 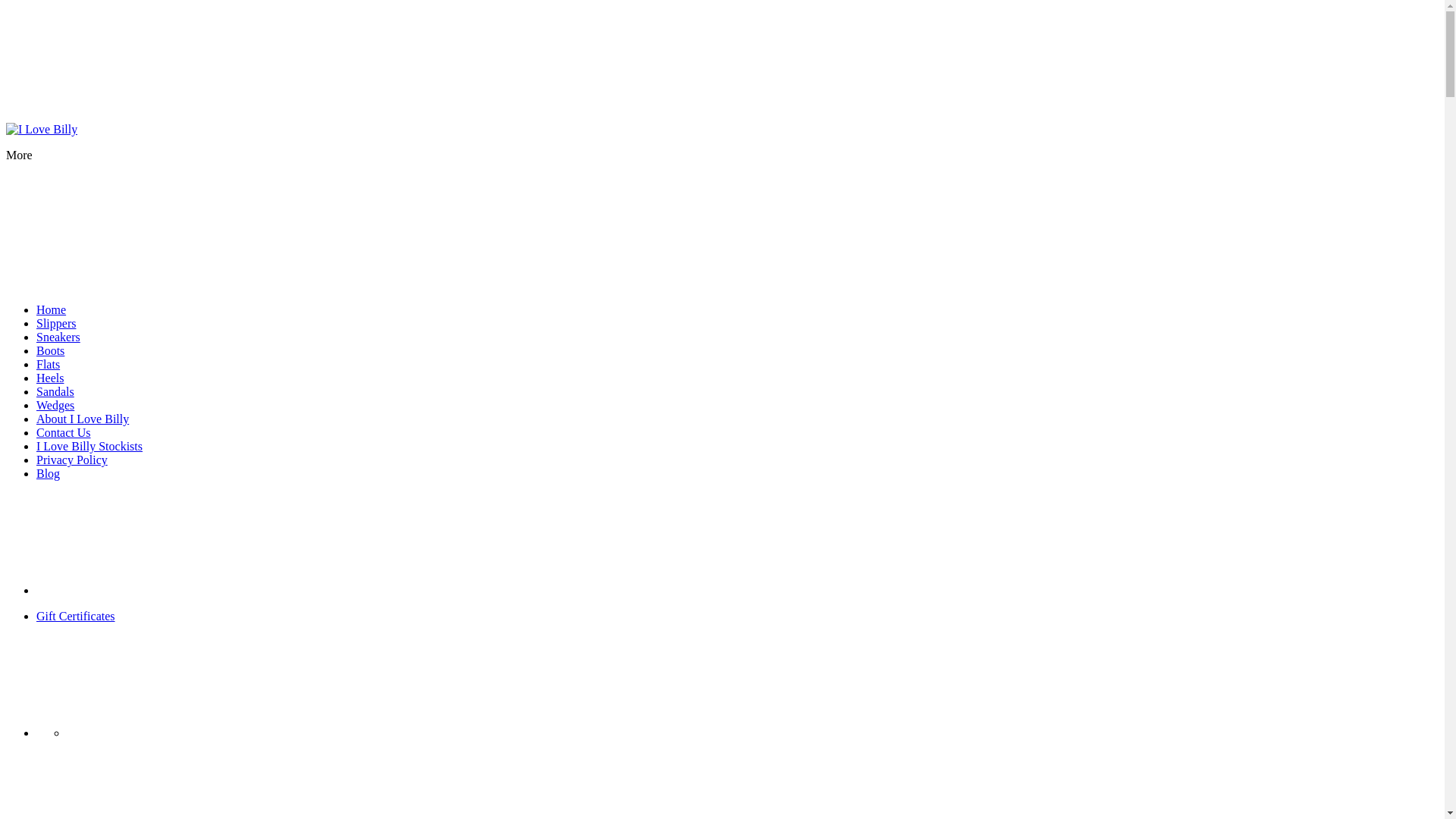 What do you see at coordinates (55, 404) in the screenshot?
I see `'Wedges'` at bounding box center [55, 404].